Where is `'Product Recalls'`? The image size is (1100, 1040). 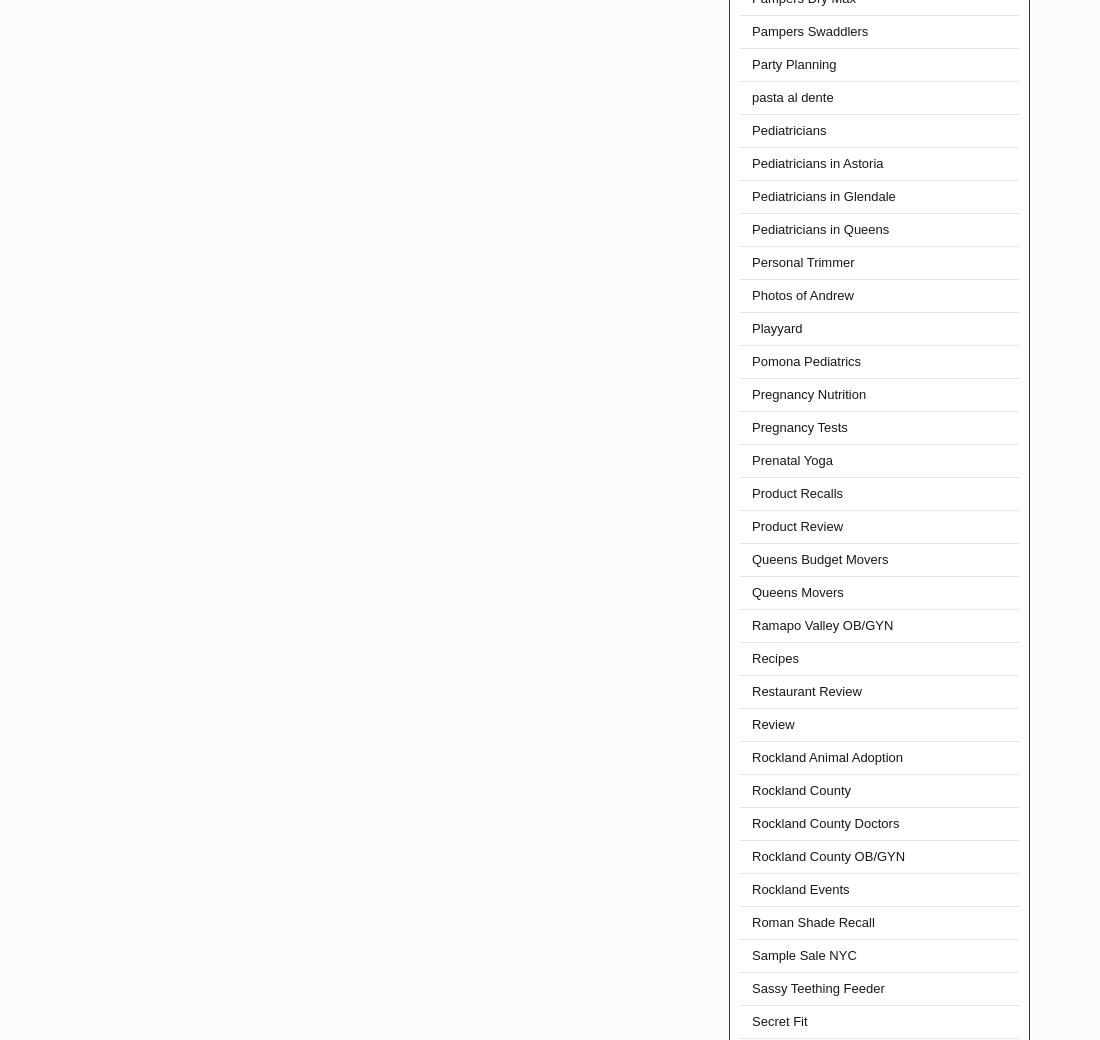
'Product Recalls' is located at coordinates (797, 493).